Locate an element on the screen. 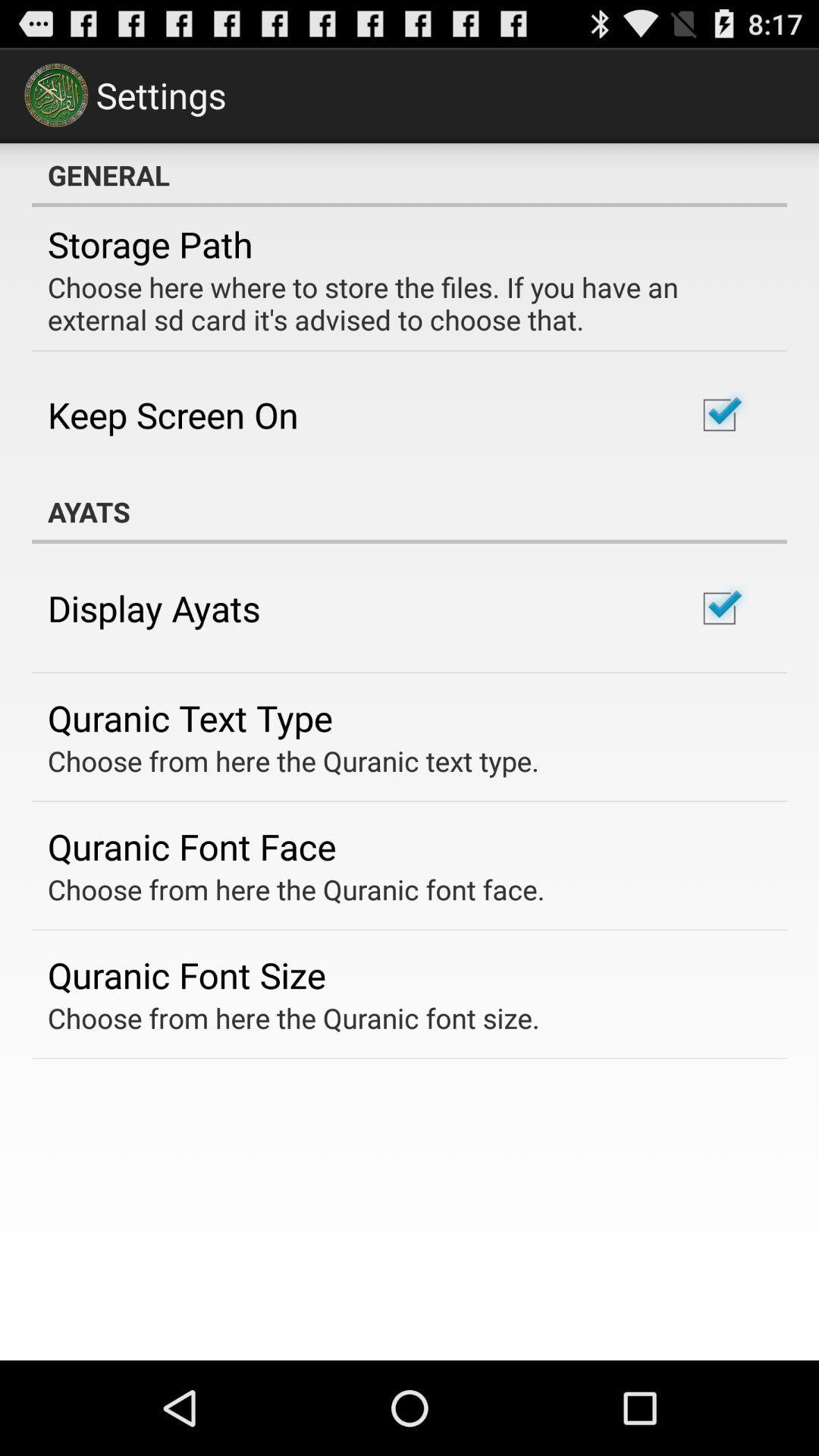 The height and width of the screenshot is (1456, 819). keep screen on app is located at coordinates (172, 415).